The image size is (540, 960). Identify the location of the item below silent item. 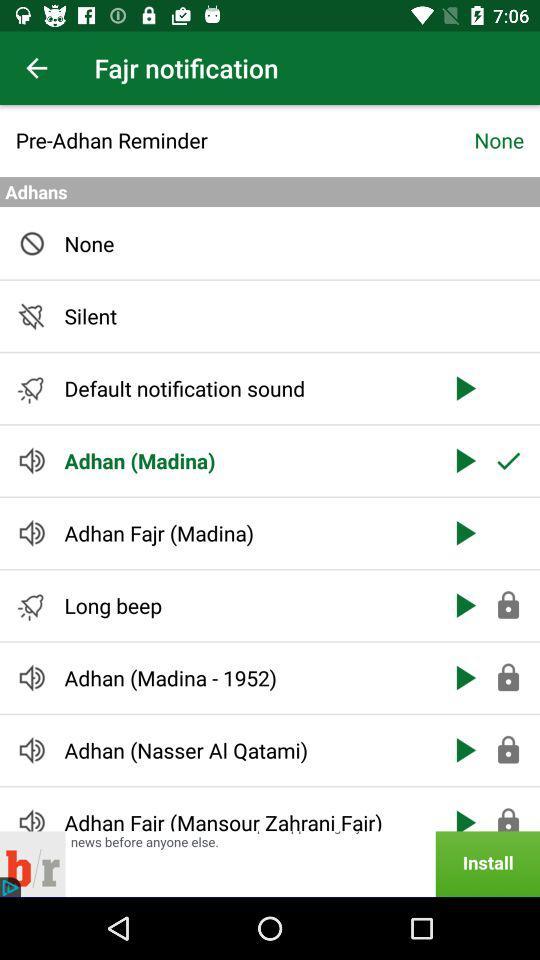
(245, 387).